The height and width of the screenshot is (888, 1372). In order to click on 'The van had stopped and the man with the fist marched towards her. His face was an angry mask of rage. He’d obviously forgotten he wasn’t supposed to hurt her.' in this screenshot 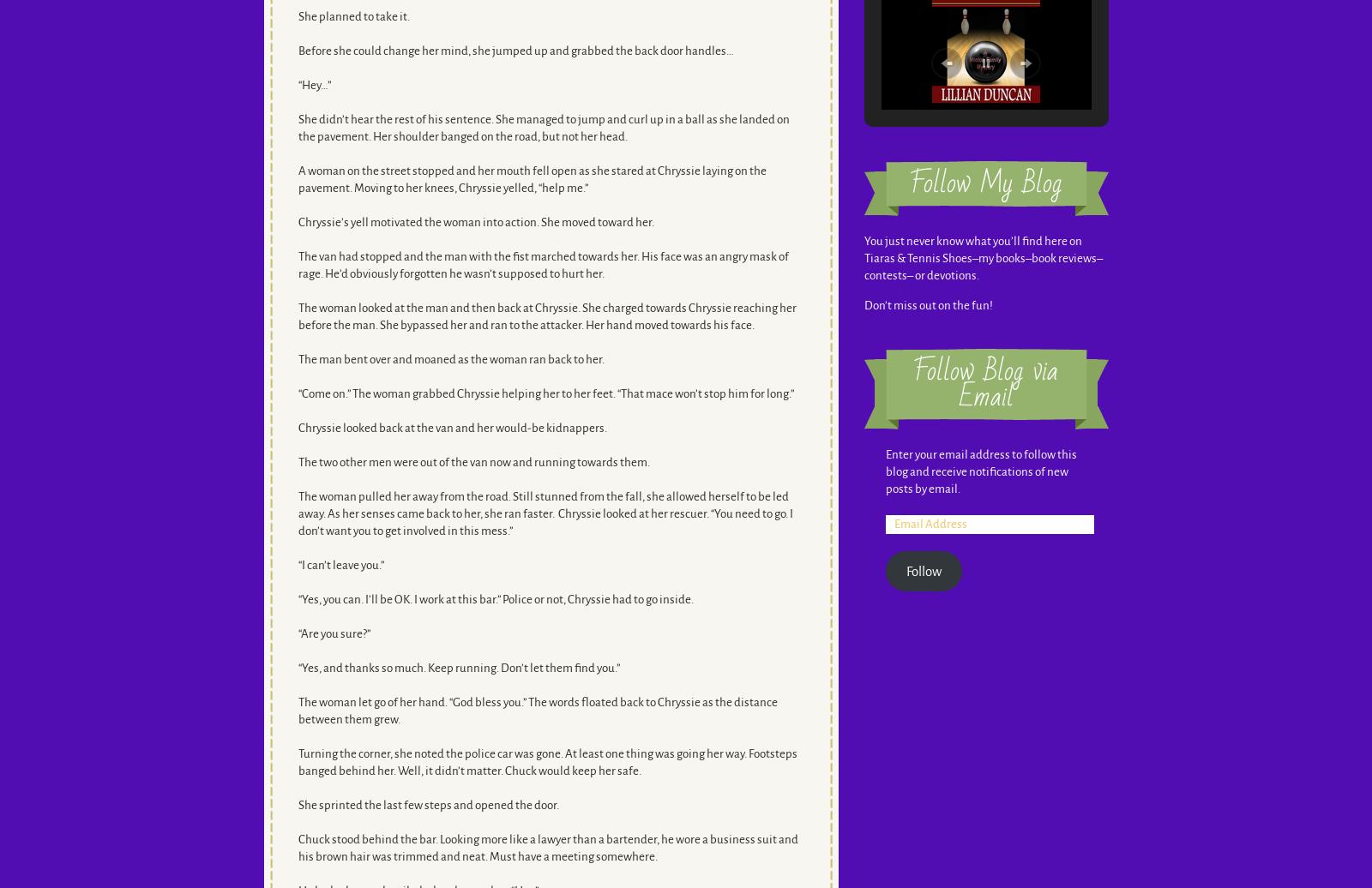, I will do `click(542, 265)`.